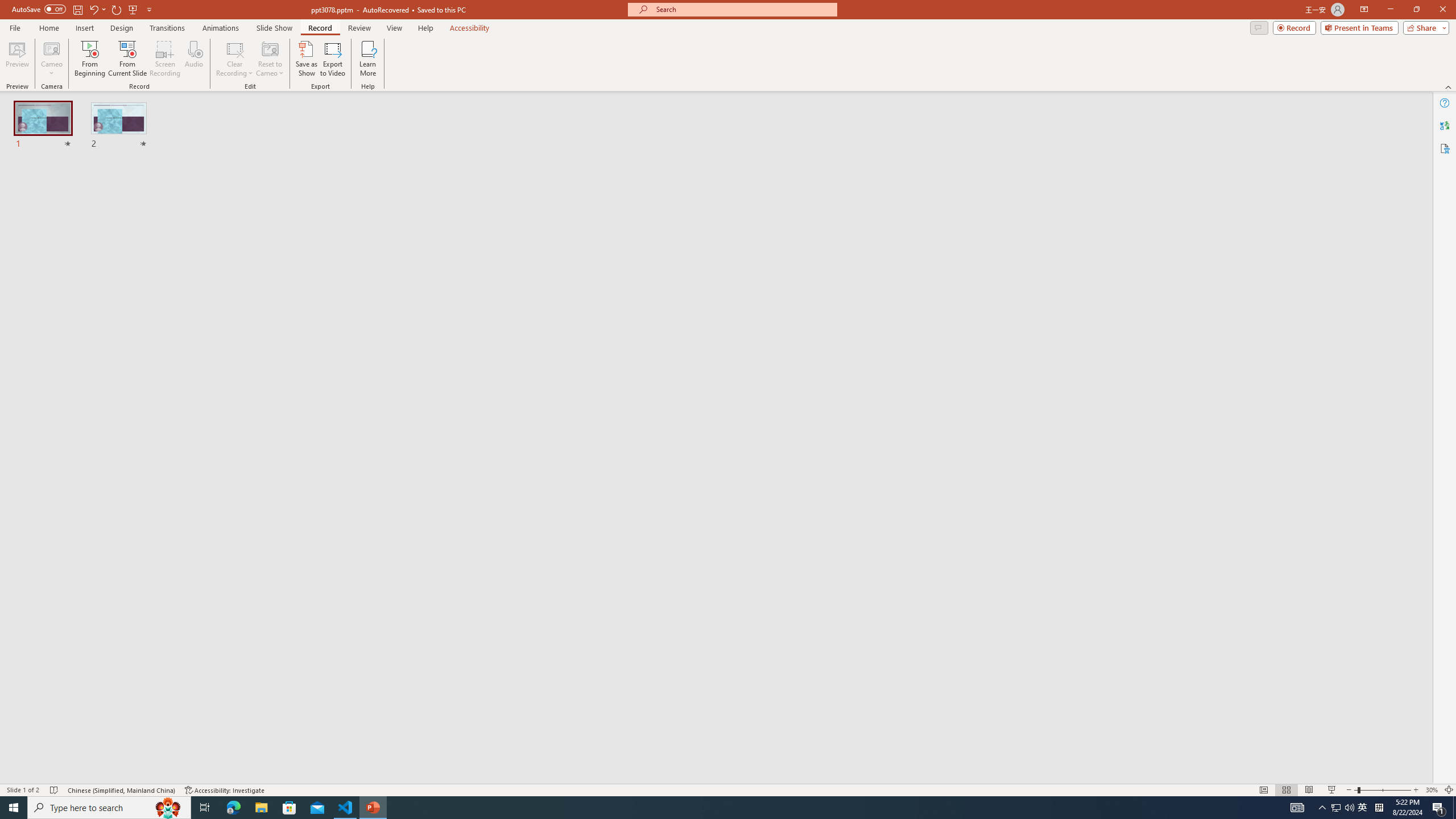 The height and width of the screenshot is (819, 1456). What do you see at coordinates (269, 59) in the screenshot?
I see `'Reset to Cameo'` at bounding box center [269, 59].